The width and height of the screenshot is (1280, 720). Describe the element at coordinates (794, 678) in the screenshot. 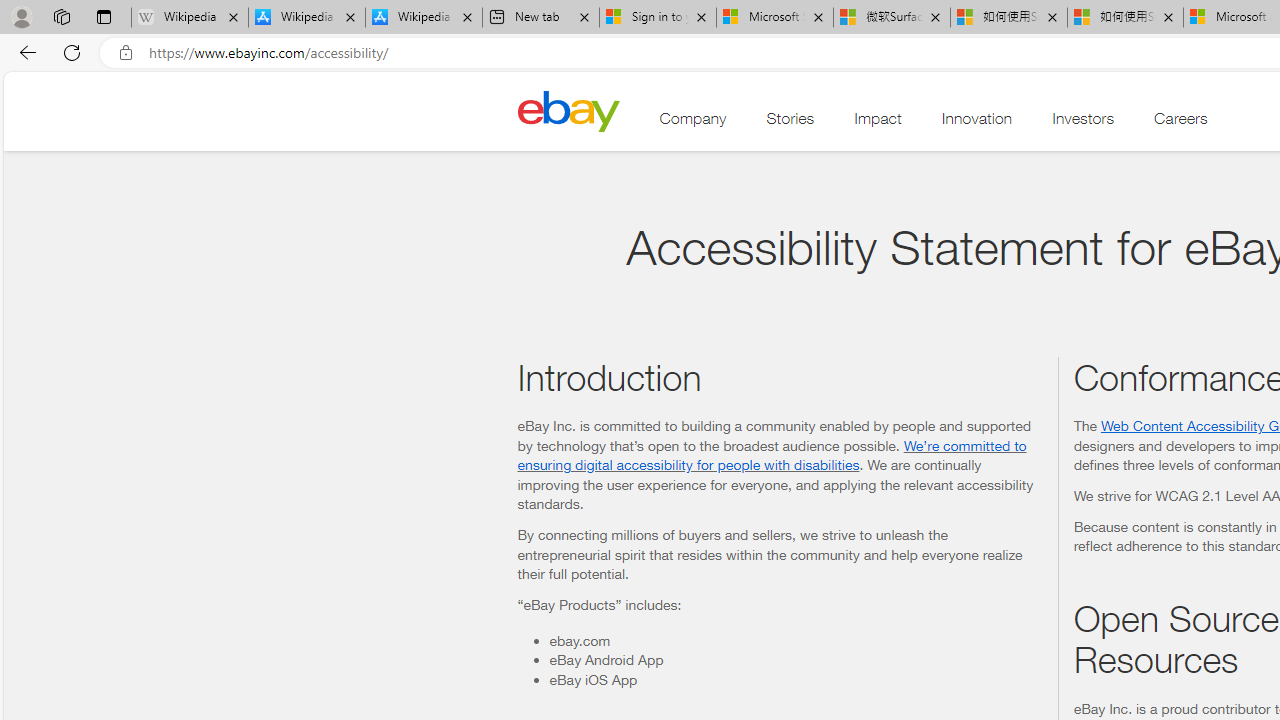

I see `'eBay iOS App'` at that location.